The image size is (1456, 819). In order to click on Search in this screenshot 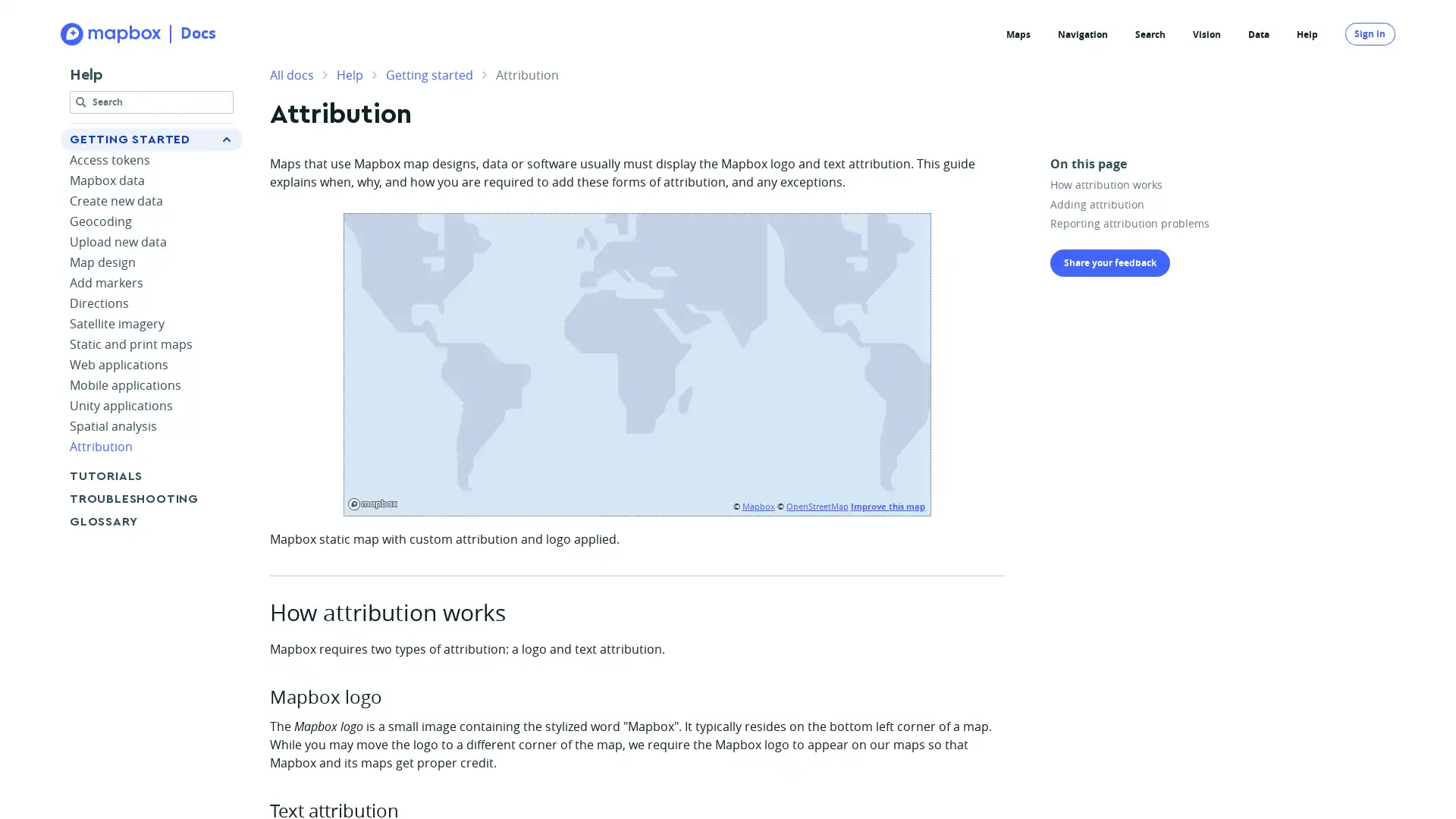, I will do `click(152, 104)`.